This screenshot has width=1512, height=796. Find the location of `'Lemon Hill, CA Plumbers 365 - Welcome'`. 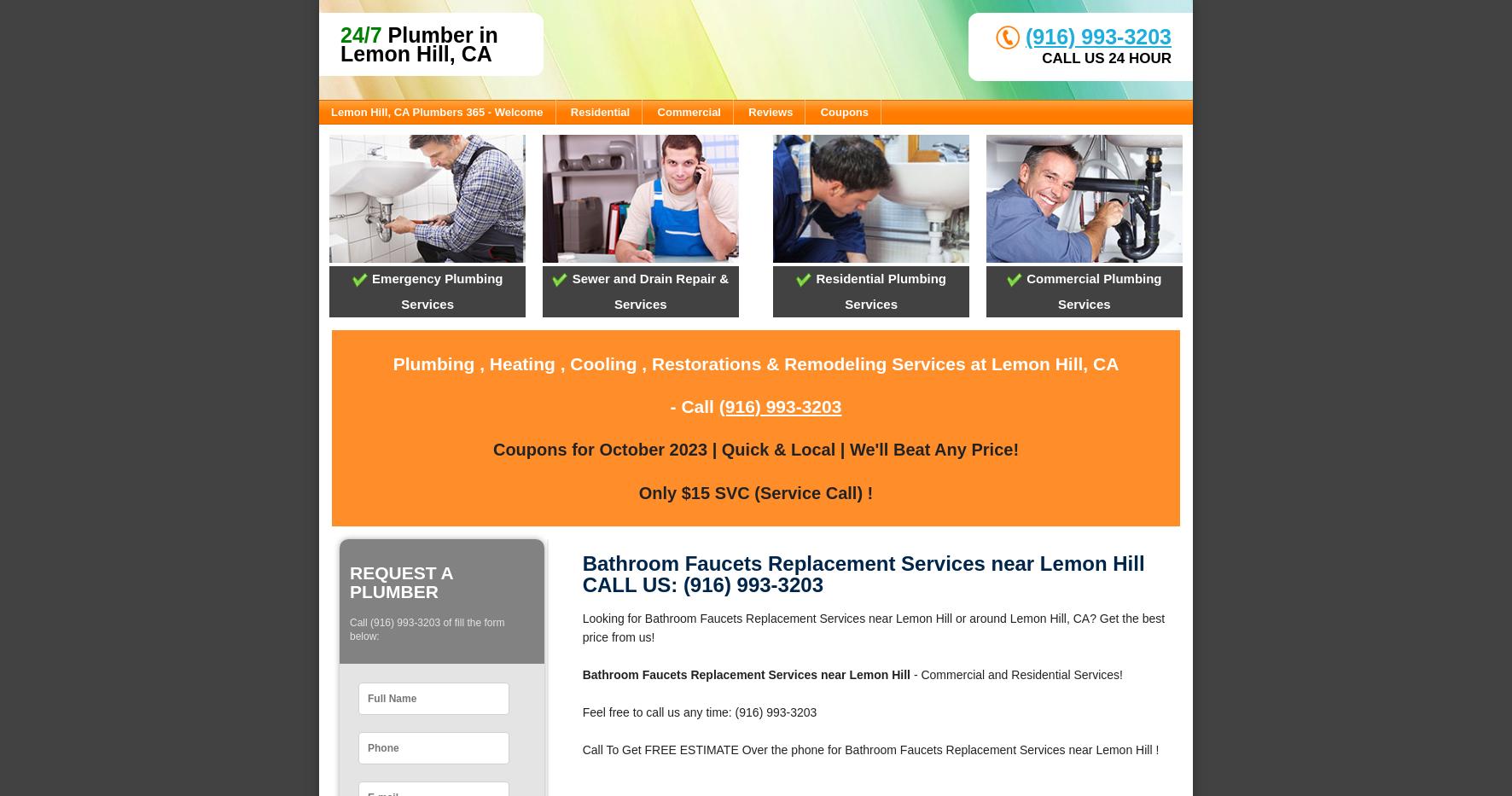

'Lemon Hill, CA Plumbers 365 - Welcome' is located at coordinates (435, 111).